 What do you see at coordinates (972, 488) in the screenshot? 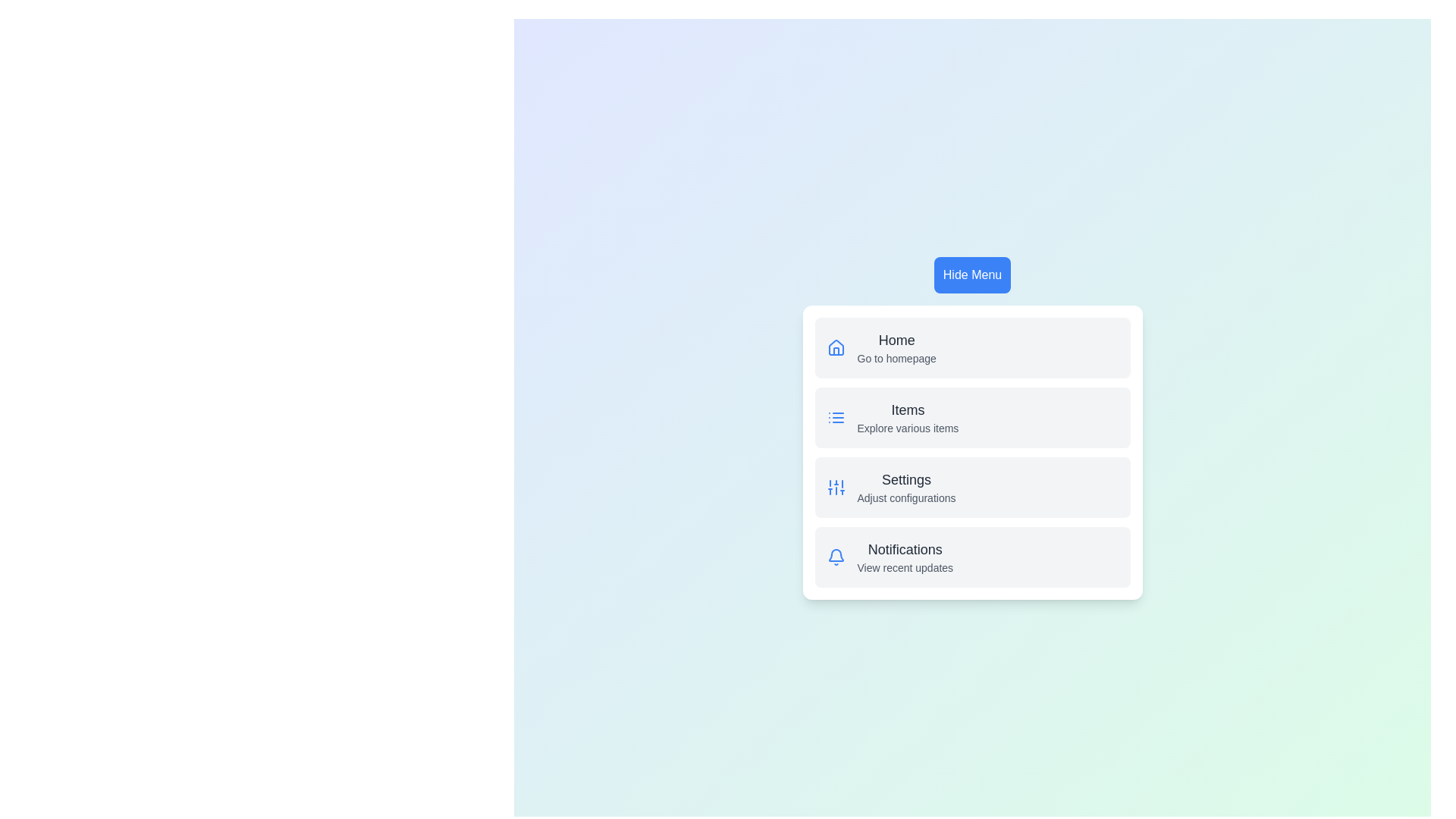
I see `the menu item labeled Settings to observe the hover state change` at bounding box center [972, 488].